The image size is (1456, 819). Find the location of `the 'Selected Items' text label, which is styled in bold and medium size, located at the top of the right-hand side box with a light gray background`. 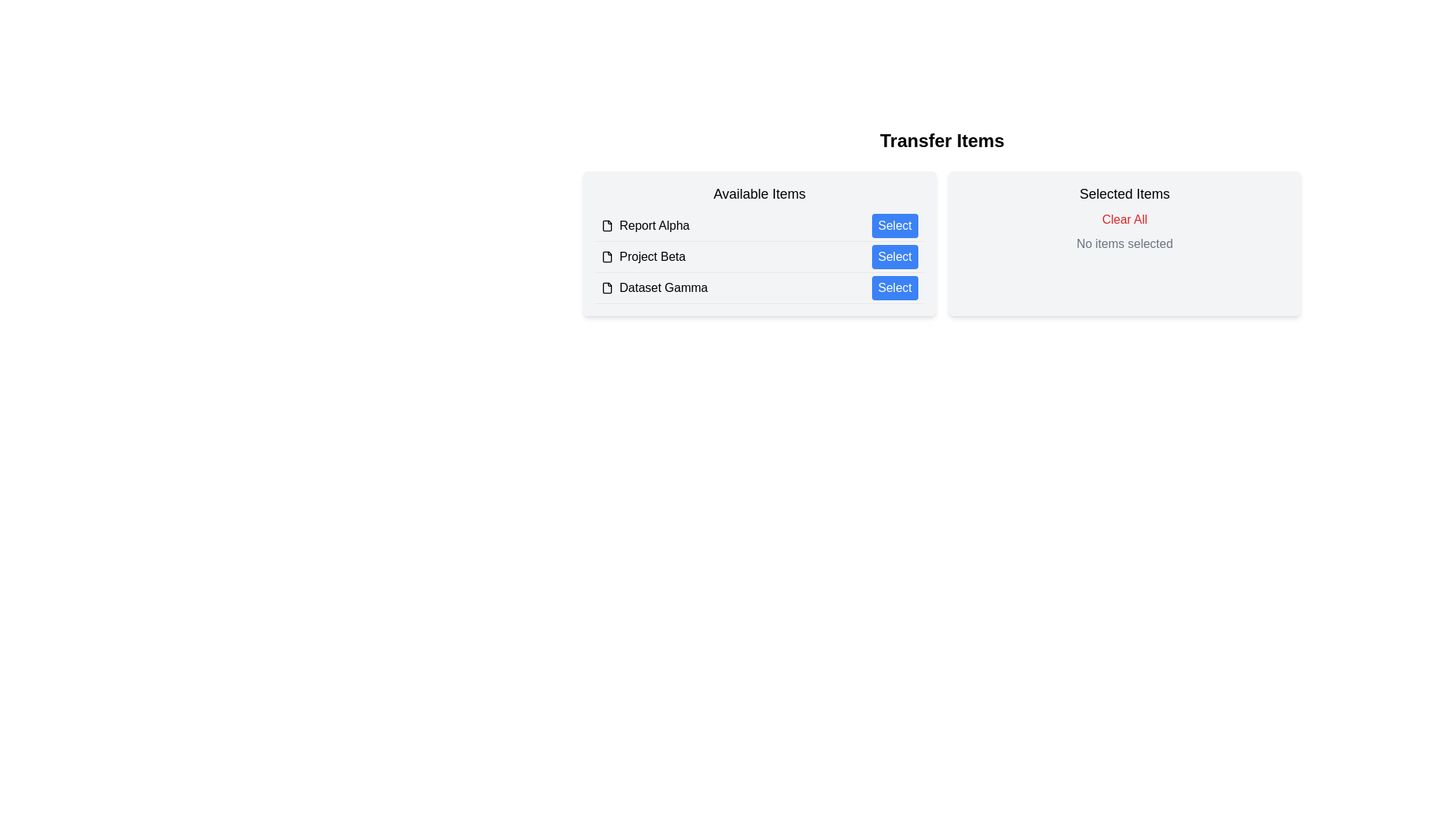

the 'Selected Items' text label, which is styled in bold and medium size, located at the top of the right-hand side box with a light gray background is located at coordinates (1125, 193).